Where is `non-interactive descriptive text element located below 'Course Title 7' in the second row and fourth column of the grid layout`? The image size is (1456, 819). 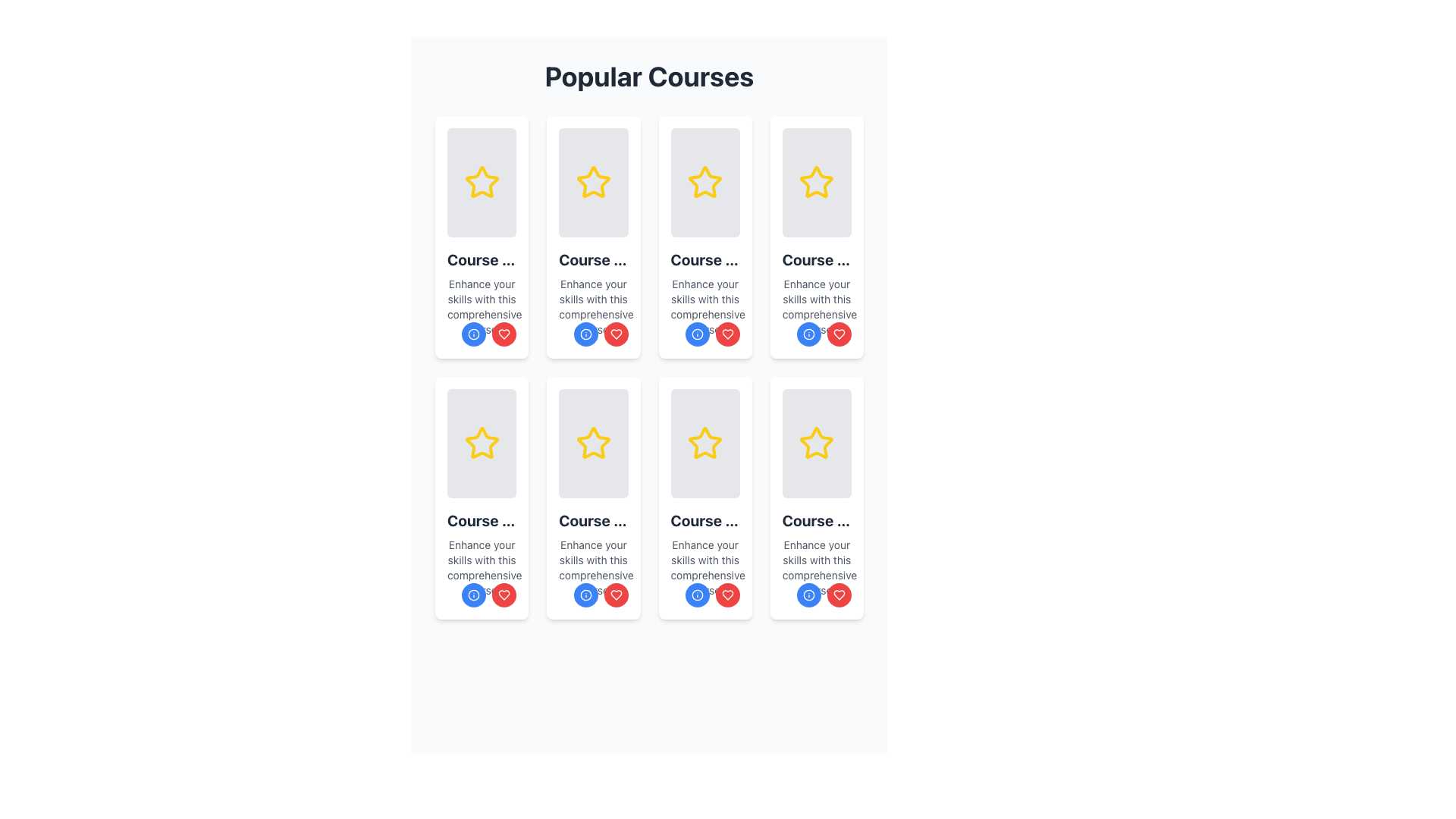
non-interactive descriptive text element located below 'Course Title 7' in the second row and fourth column of the grid layout is located at coordinates (704, 567).